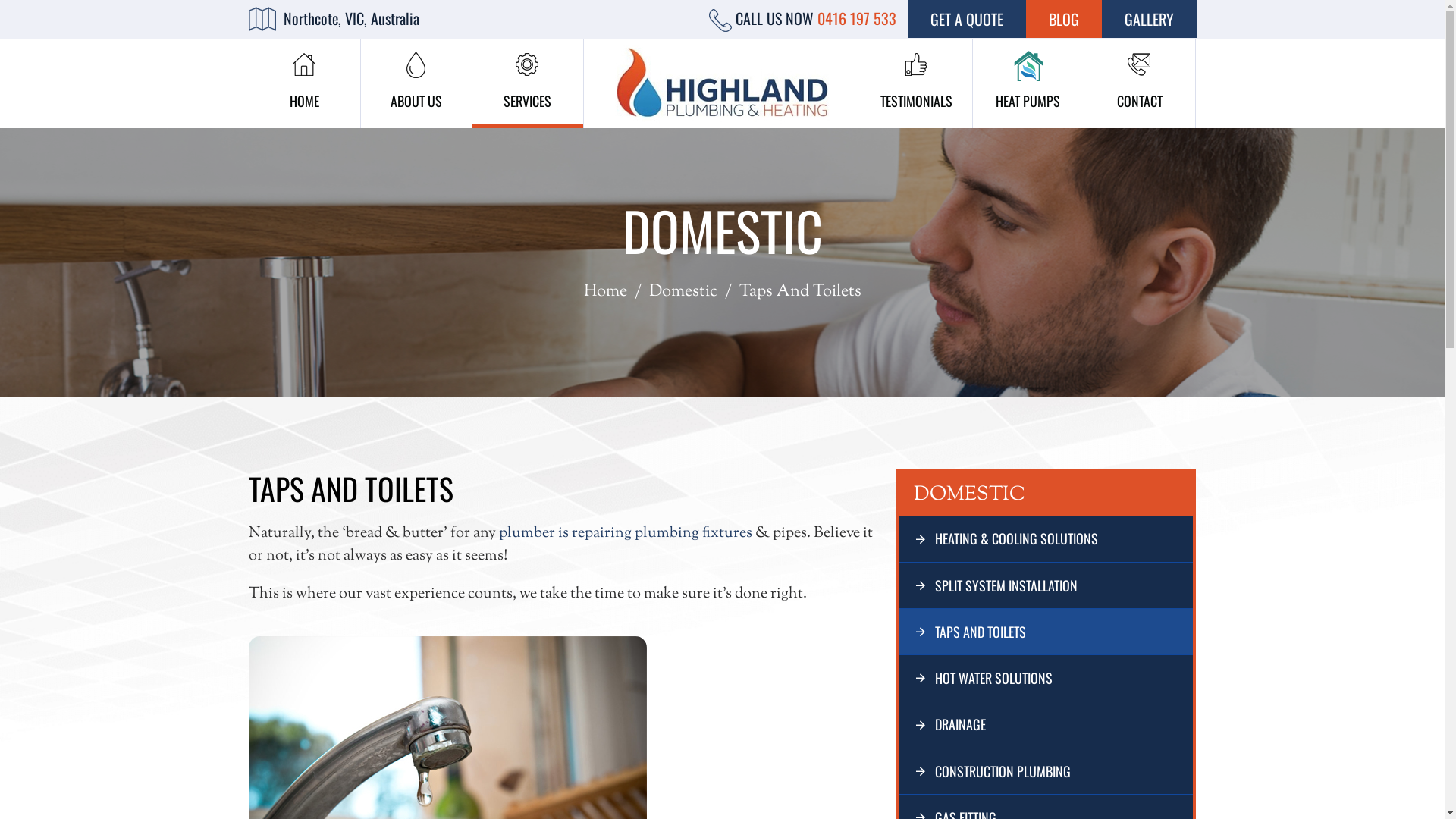  I want to click on 'BLOG', so click(1062, 18).